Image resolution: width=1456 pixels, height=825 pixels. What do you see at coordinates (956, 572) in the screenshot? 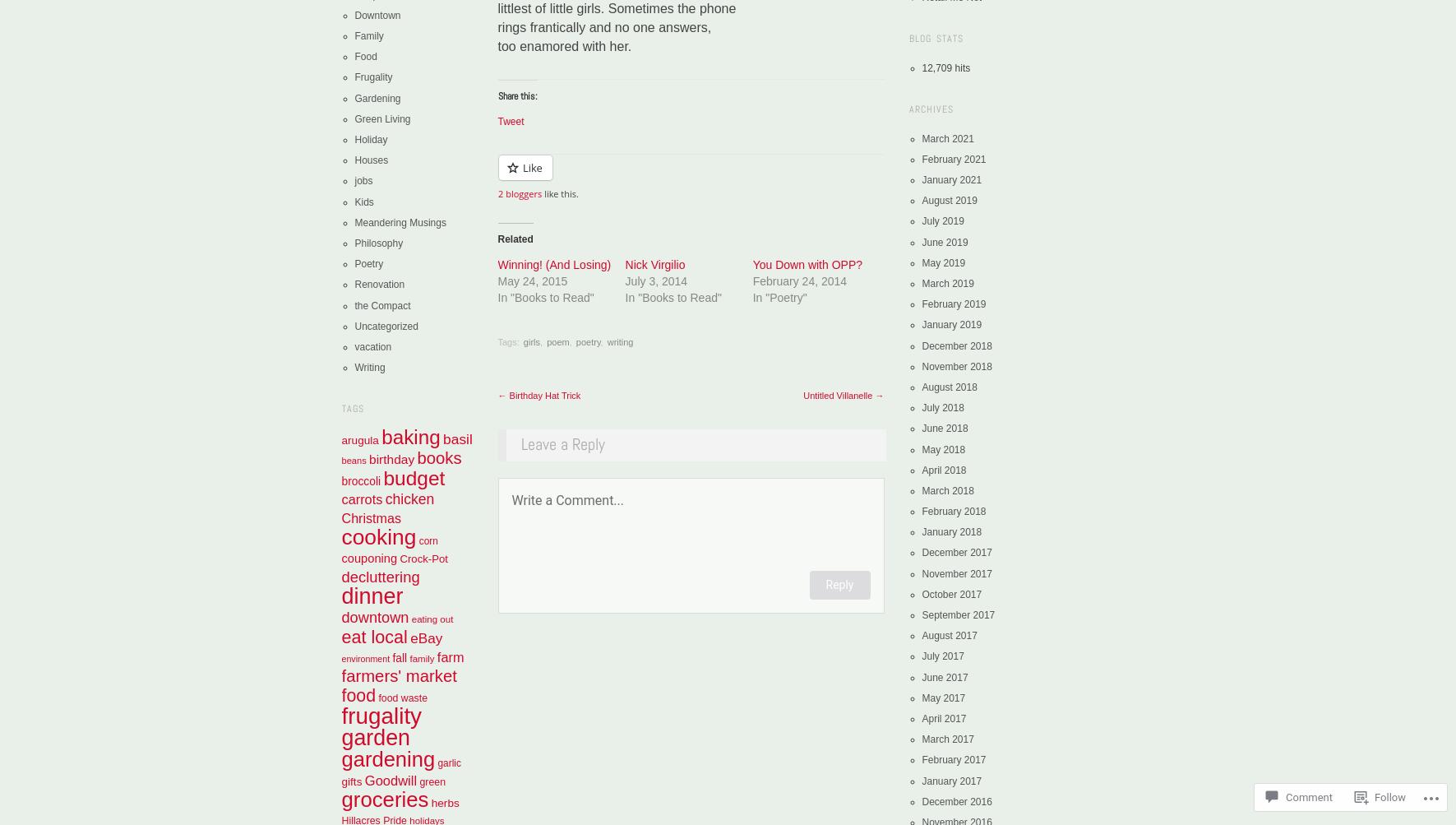
I see `'November 2017'` at bounding box center [956, 572].